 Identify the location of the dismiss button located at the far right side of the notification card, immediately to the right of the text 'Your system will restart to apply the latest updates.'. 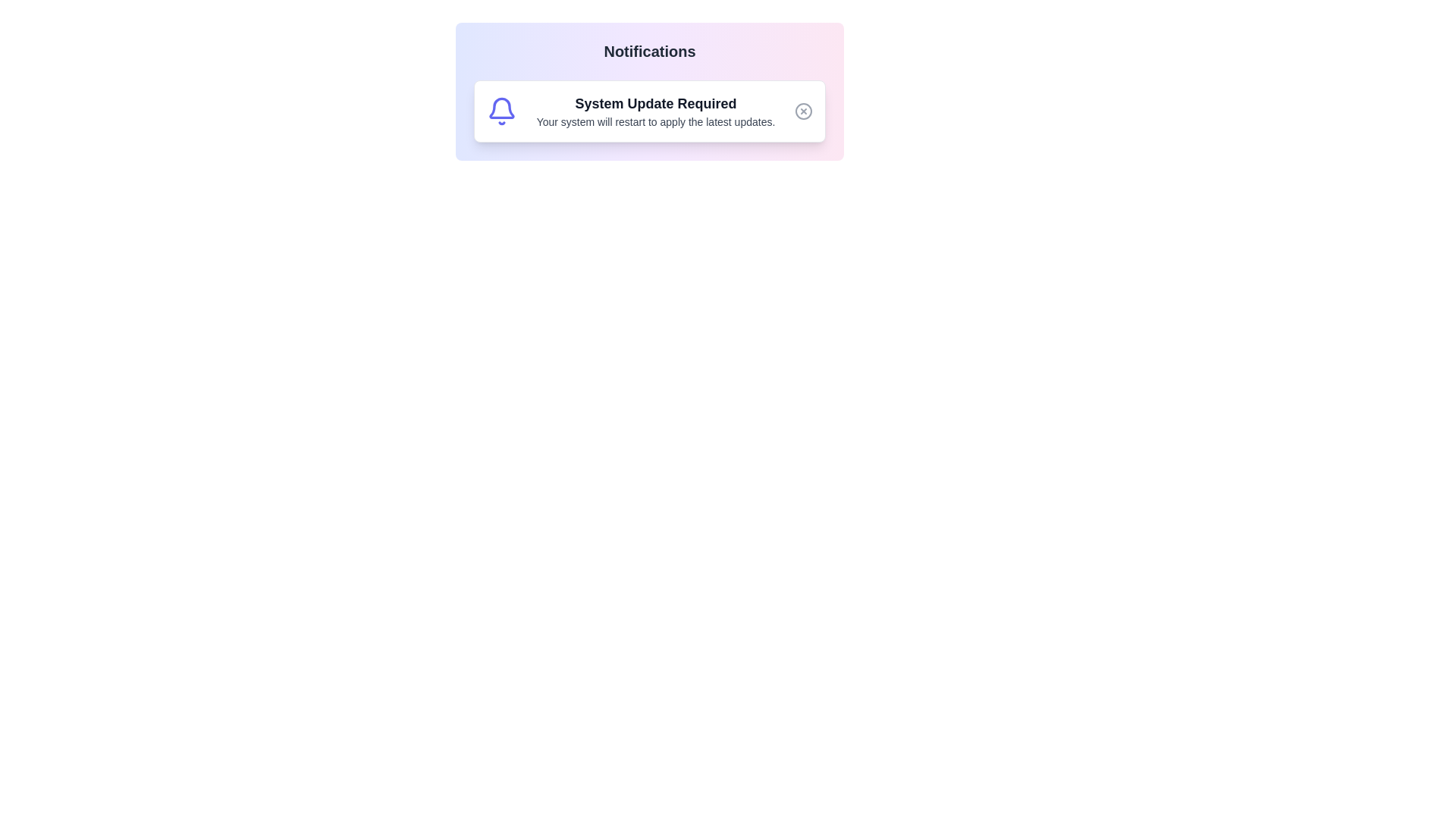
(803, 110).